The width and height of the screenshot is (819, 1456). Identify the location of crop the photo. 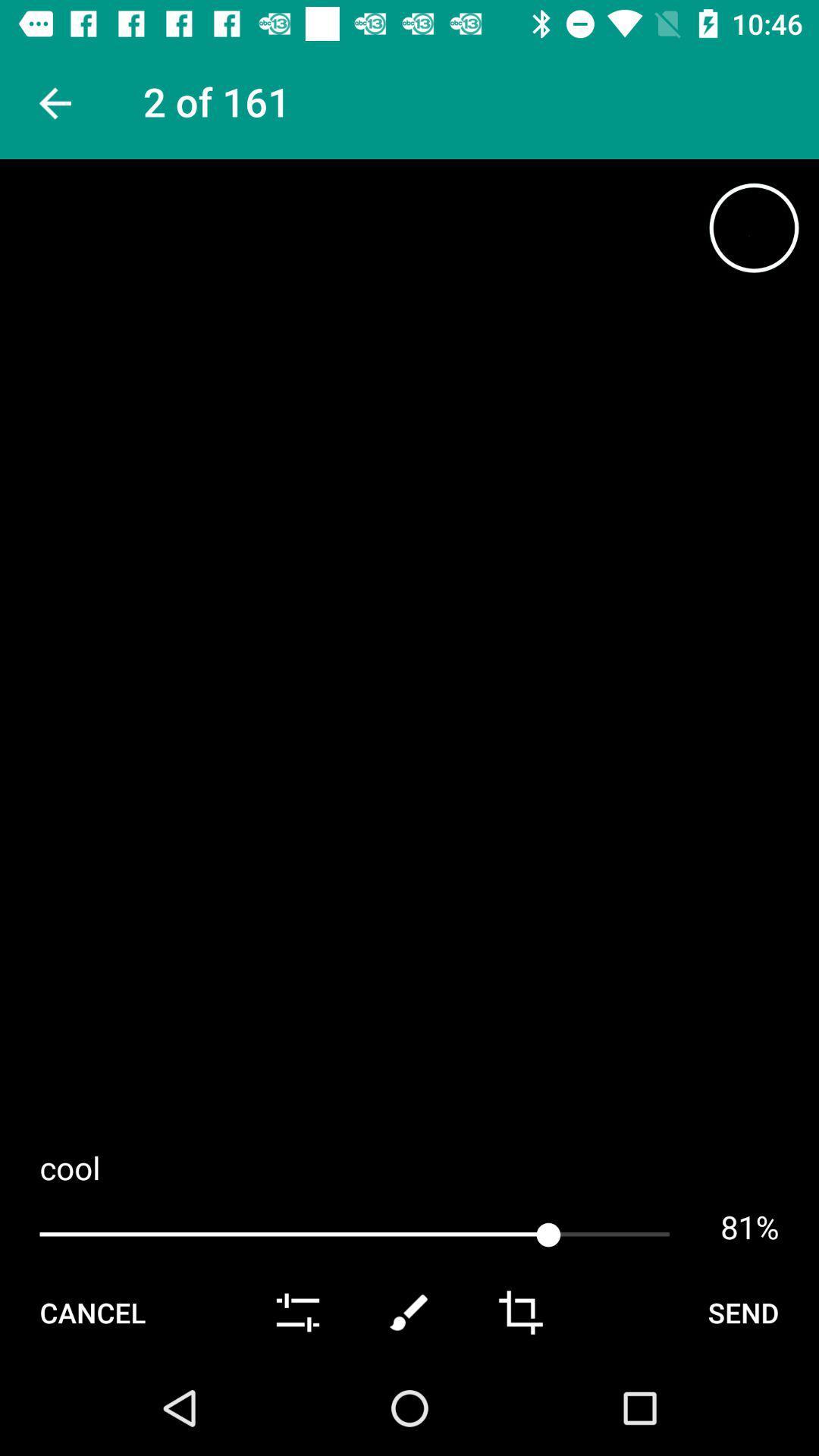
(519, 1312).